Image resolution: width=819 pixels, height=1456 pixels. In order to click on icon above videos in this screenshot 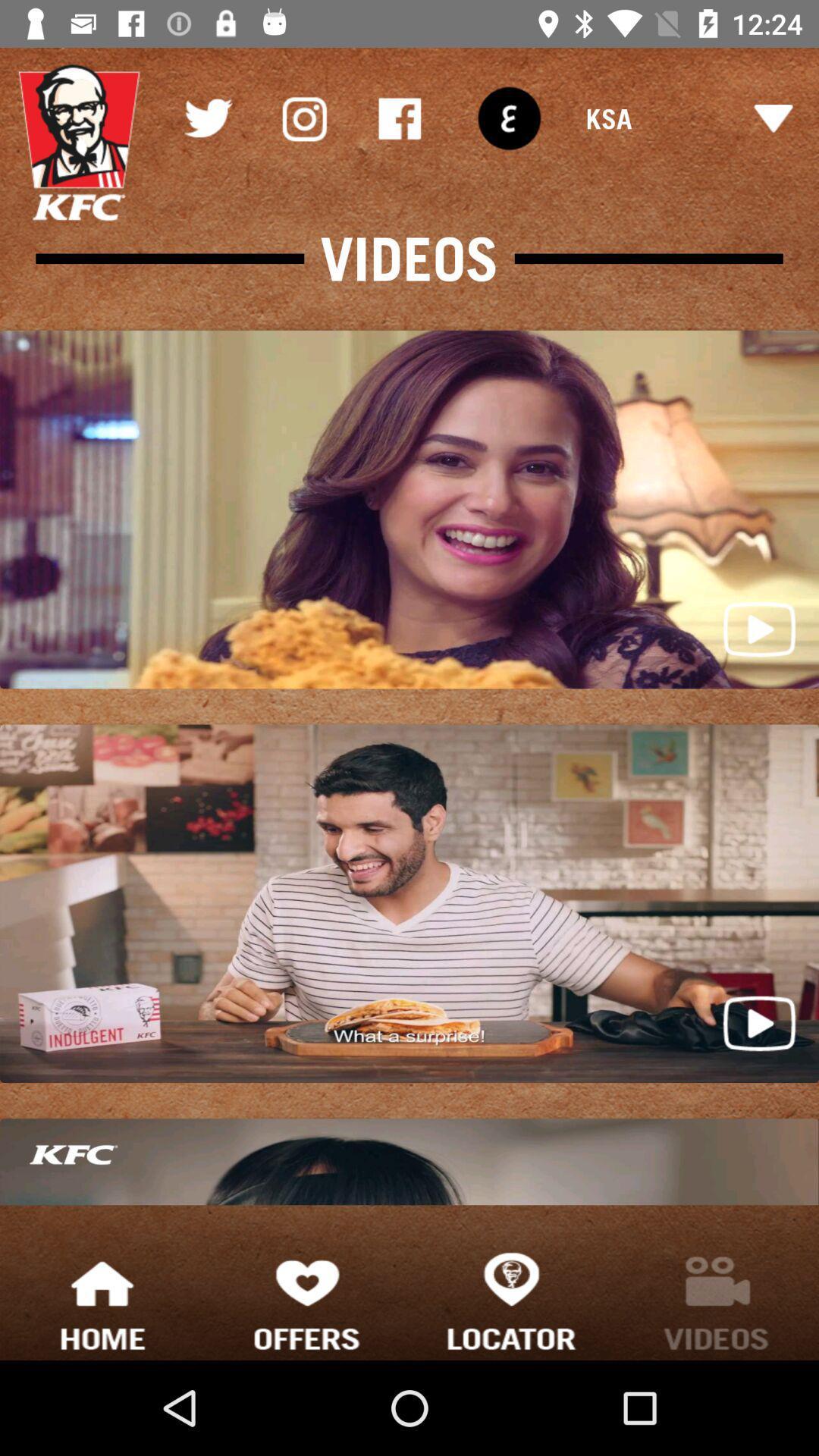, I will do `click(303, 118)`.